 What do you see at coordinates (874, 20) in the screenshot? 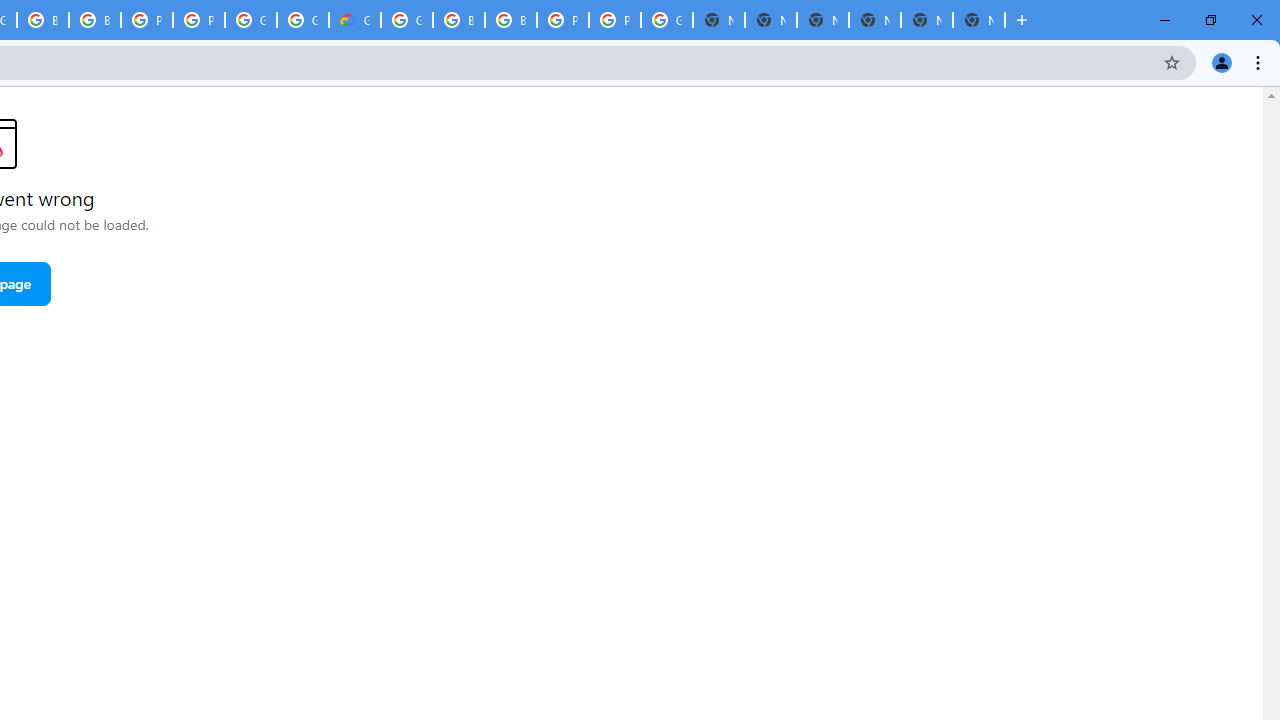
I see `'New Tab'` at bounding box center [874, 20].